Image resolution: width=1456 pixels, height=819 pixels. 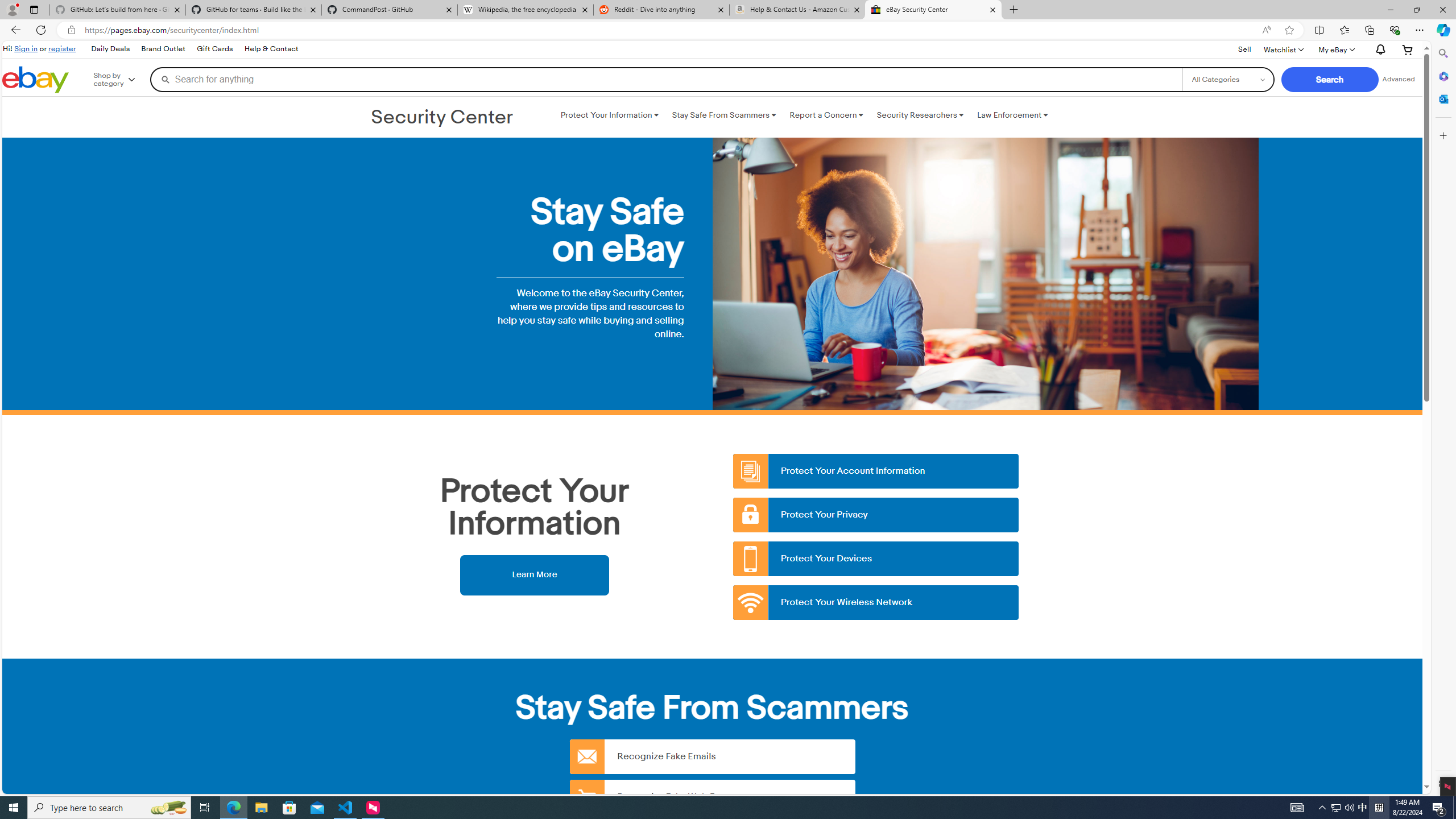 I want to click on 'Your shopping cart', so click(x=1407, y=49).